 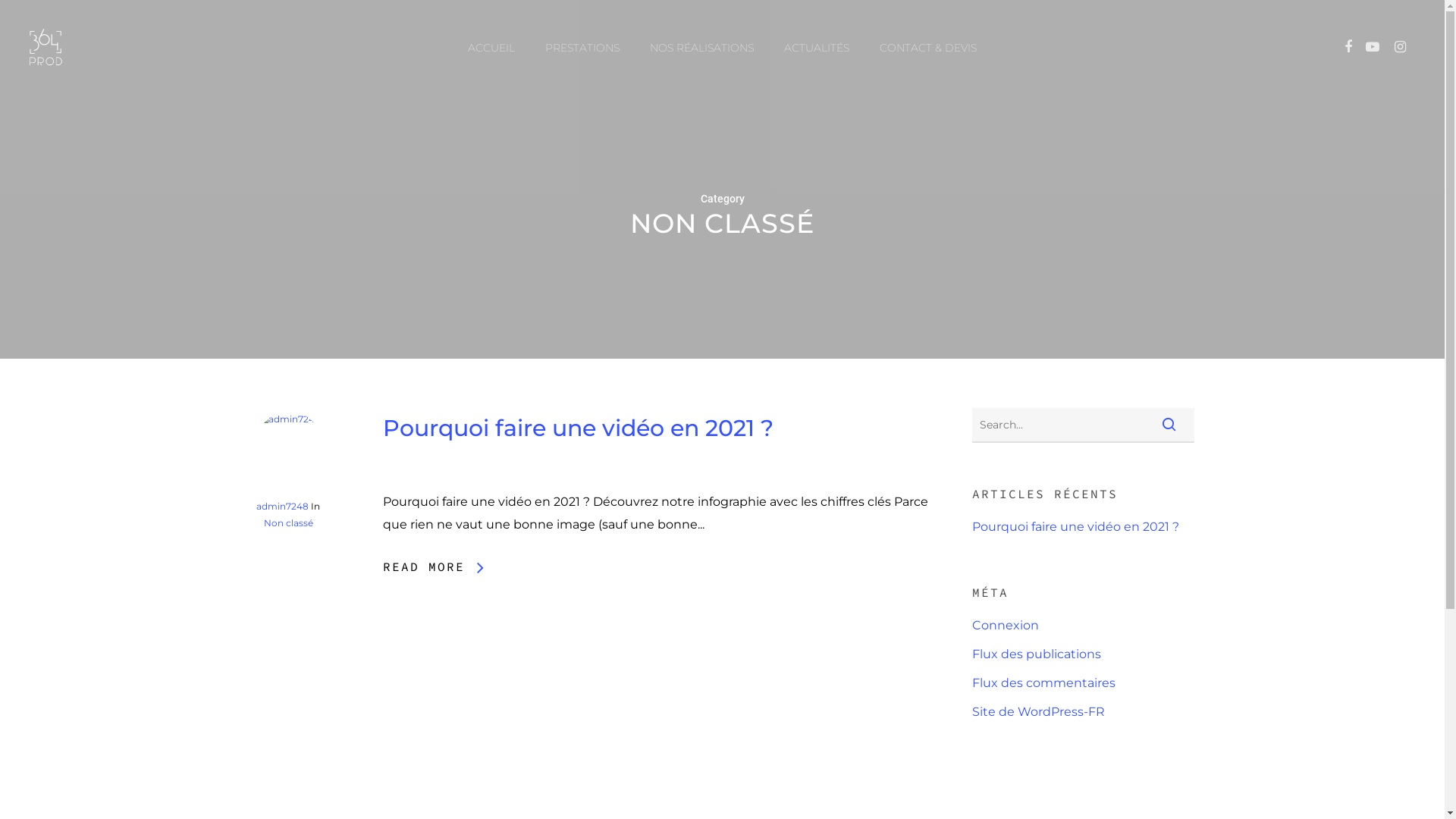 What do you see at coordinates (282, 506) in the screenshot?
I see `'admin7248'` at bounding box center [282, 506].